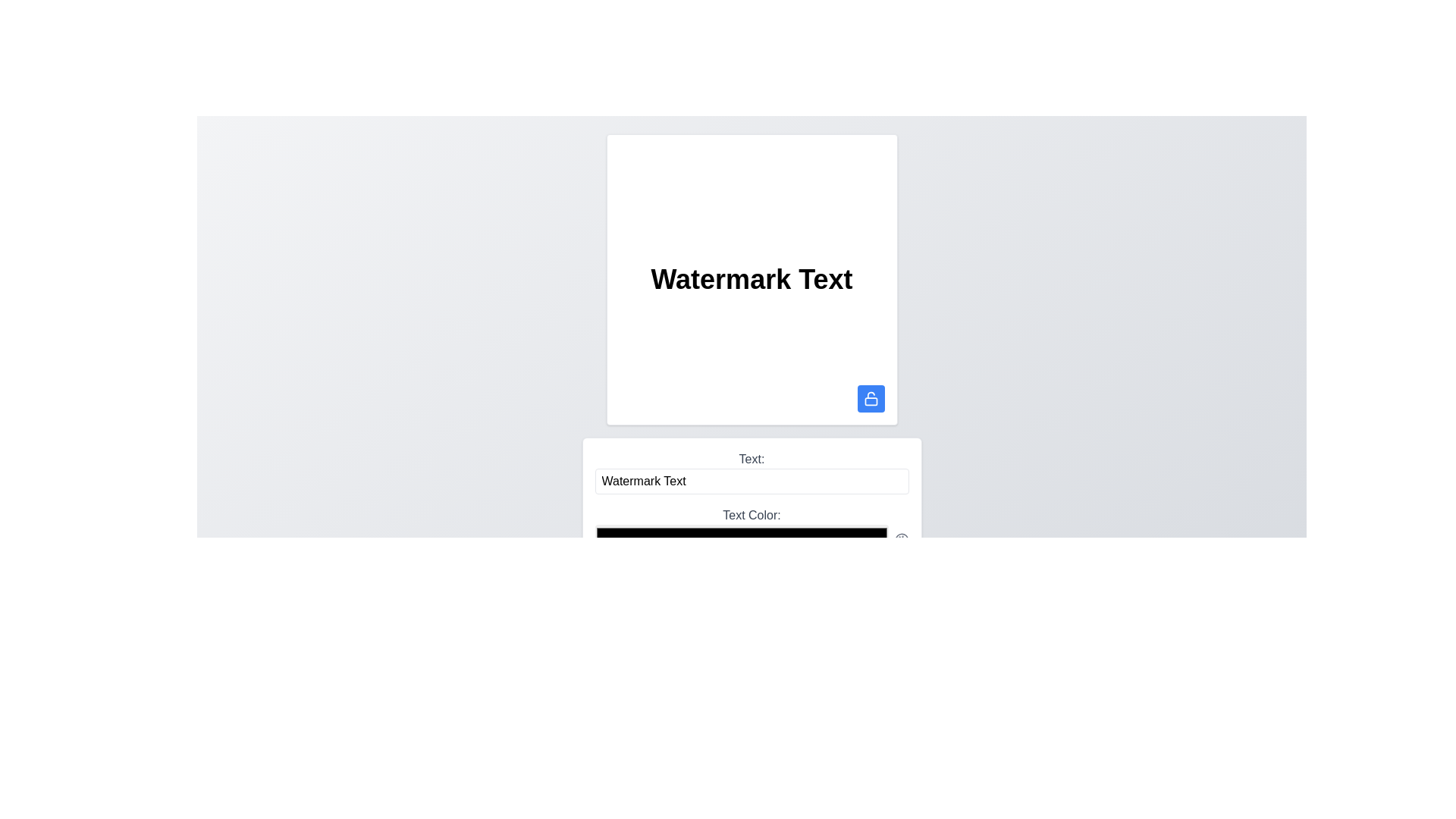 The width and height of the screenshot is (1456, 819). What do you see at coordinates (871, 397) in the screenshot?
I see `the button located at the bottom-right corner of the 'Watermark Text' section` at bounding box center [871, 397].